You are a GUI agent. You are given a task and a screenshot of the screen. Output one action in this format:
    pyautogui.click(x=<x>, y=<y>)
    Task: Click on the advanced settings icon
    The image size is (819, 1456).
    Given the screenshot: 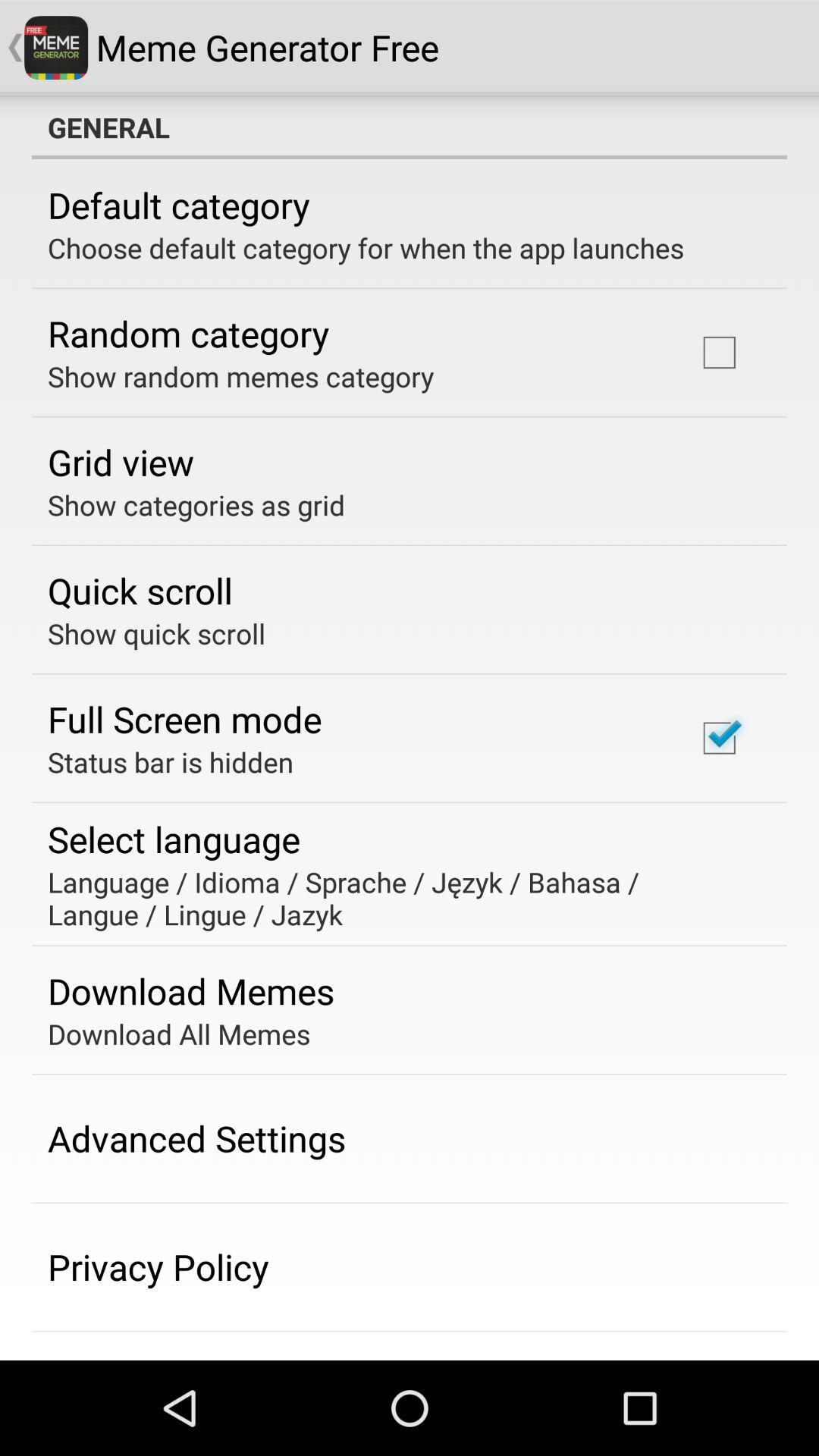 What is the action you would take?
    pyautogui.click(x=196, y=1138)
    